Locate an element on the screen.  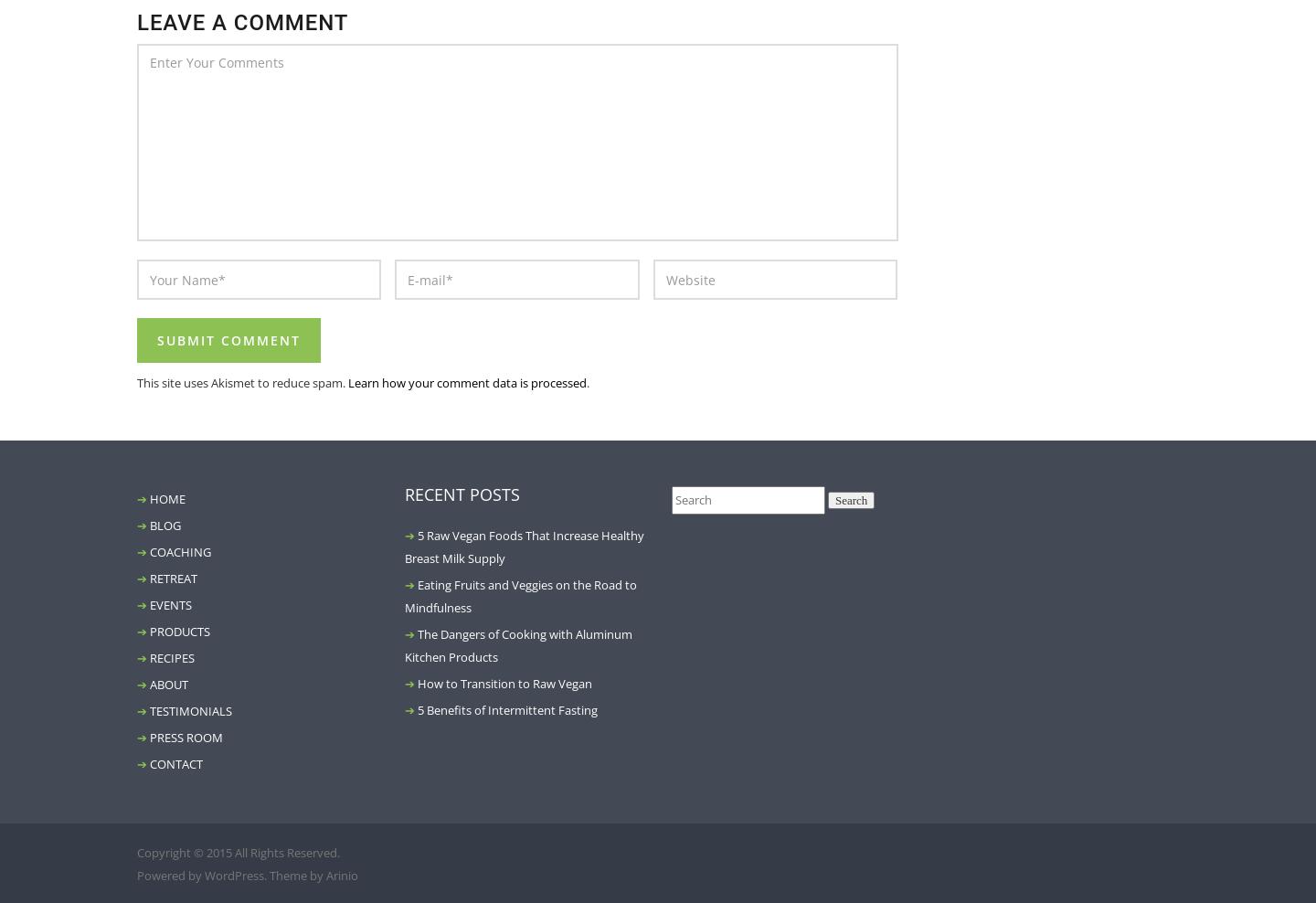
'Copyright © 2015 All Rights Reserved.' is located at coordinates (136, 852).